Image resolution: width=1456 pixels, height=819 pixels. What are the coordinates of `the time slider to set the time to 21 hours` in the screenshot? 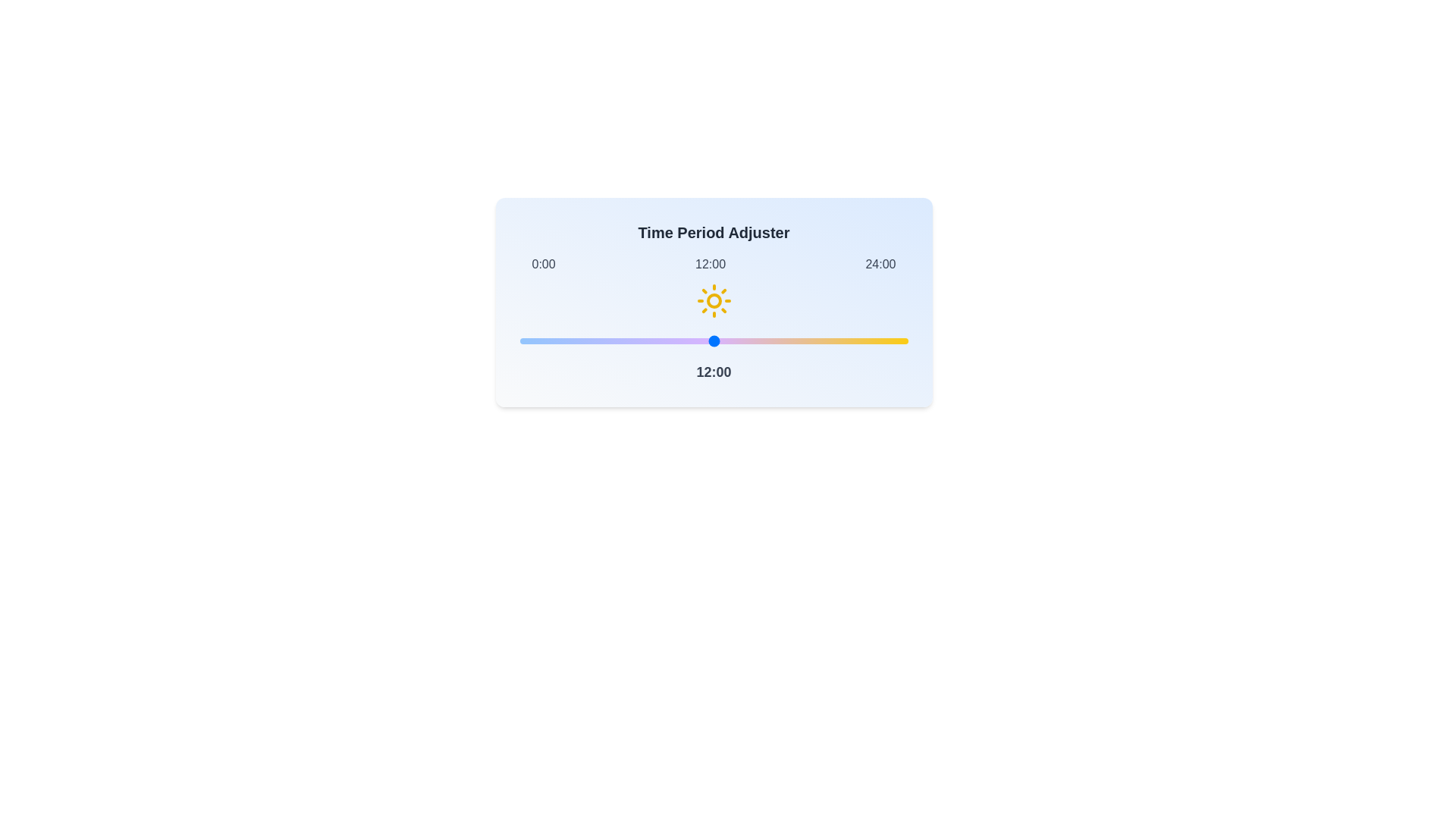 It's located at (859, 341).